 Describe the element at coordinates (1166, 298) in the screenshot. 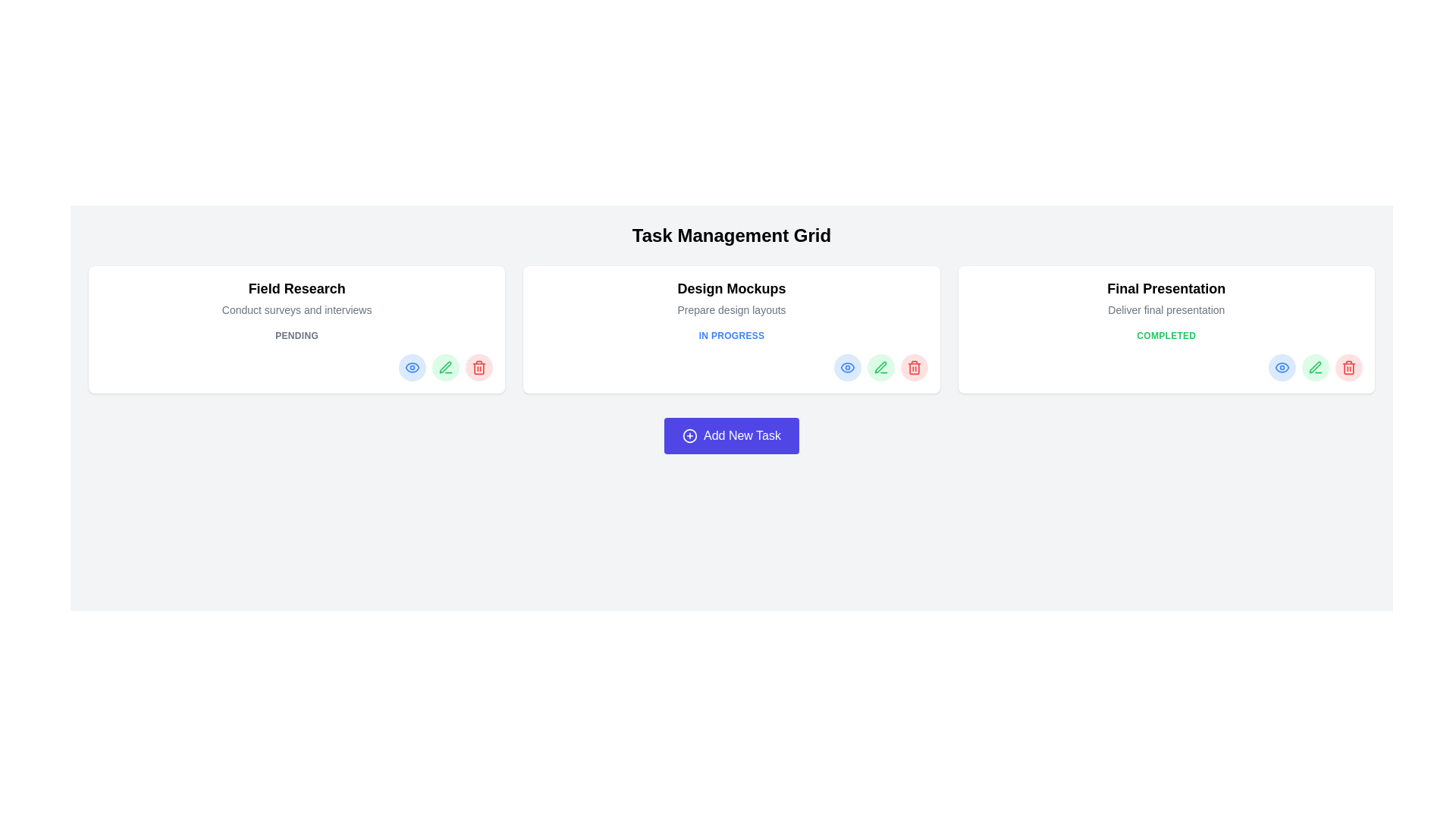

I see `the 'Final Presentation' text display, which is located in the third card from the left in the task management grid layout, featuring the label 'Final Presentation' in bold and larger font above a 'COMPLETED' label` at that location.